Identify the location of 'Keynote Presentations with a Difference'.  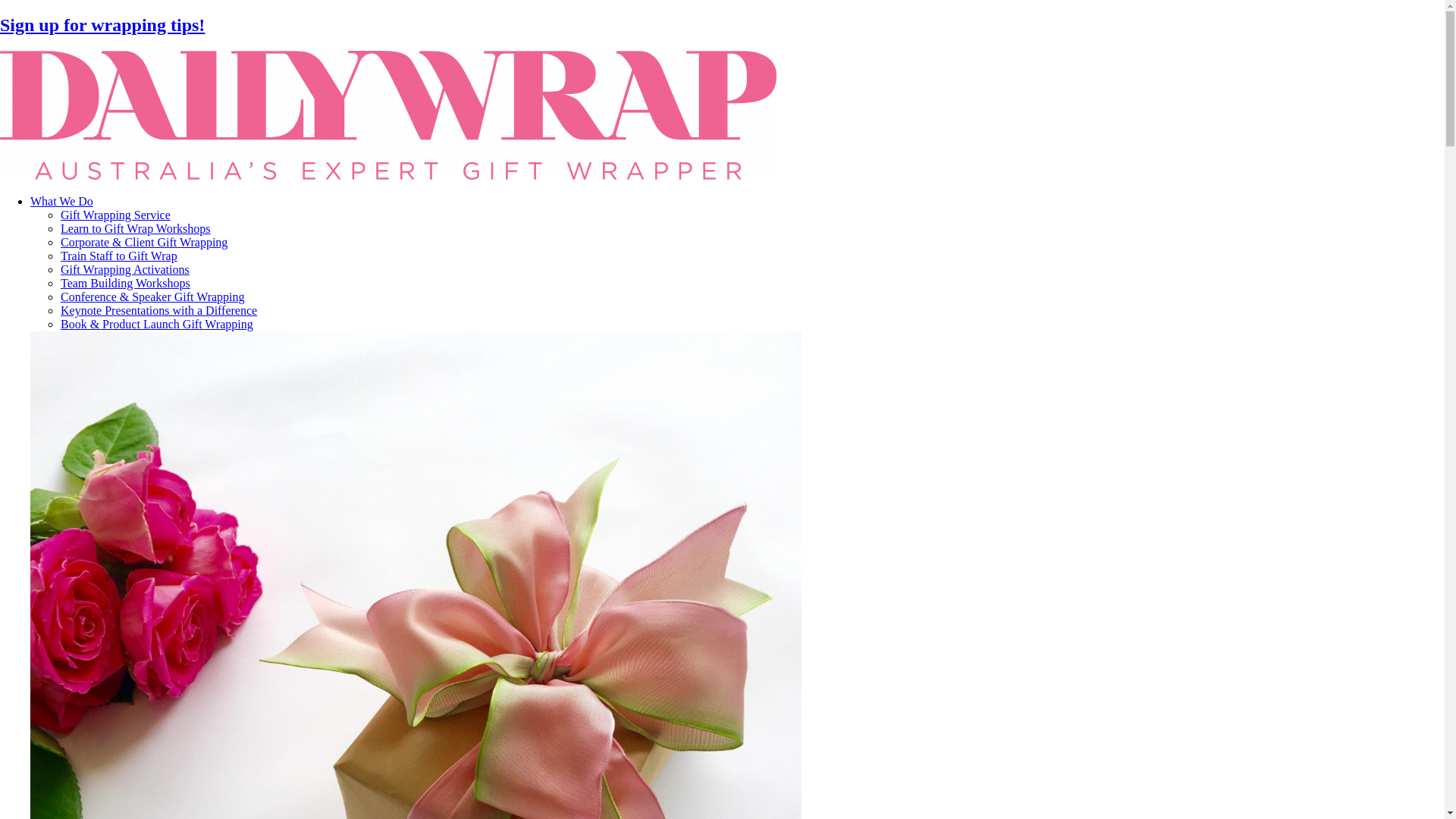
(158, 309).